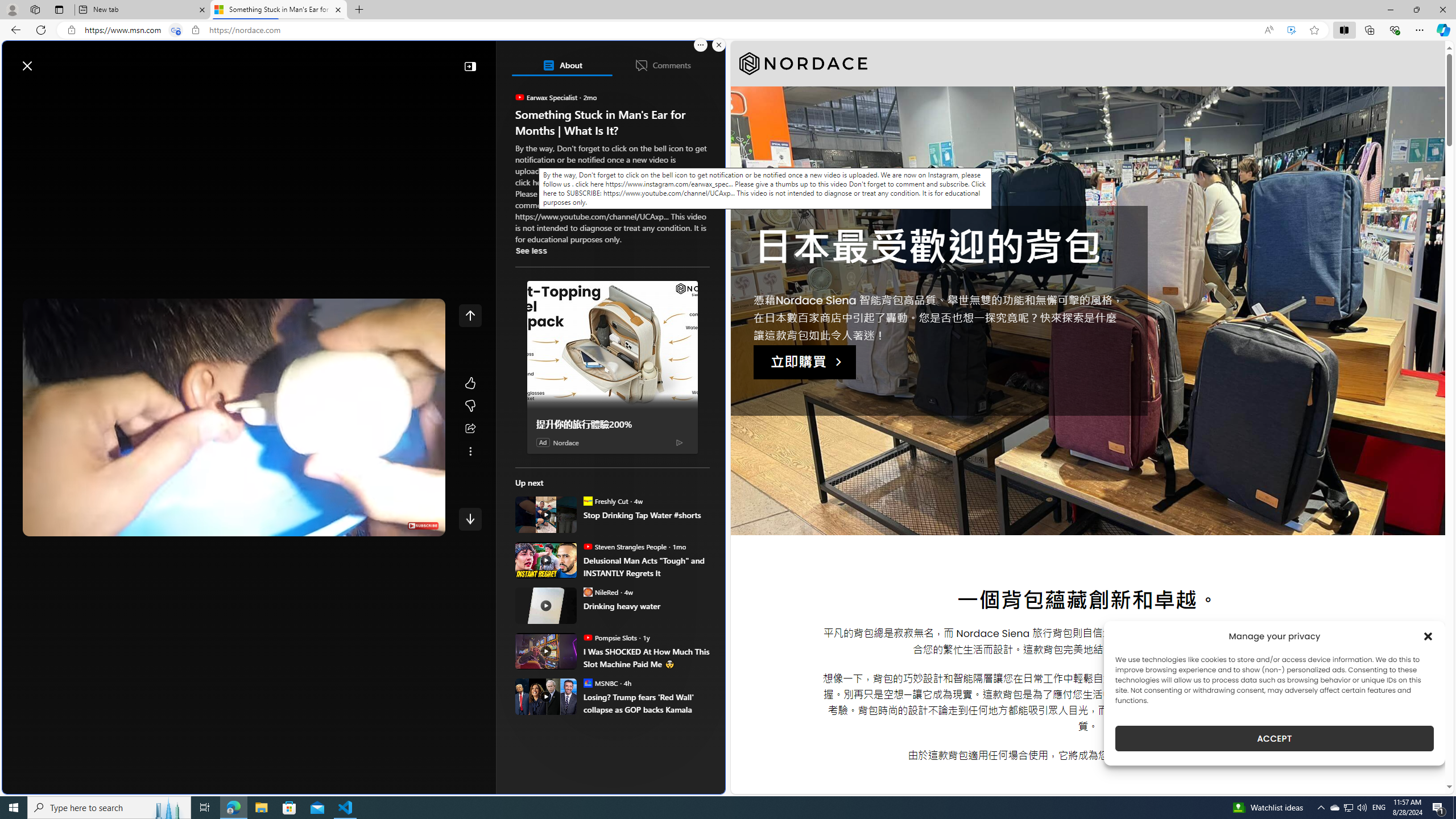 This screenshot has width=1456, height=819. Describe the element at coordinates (542, 442) in the screenshot. I see `'Ad'` at that location.